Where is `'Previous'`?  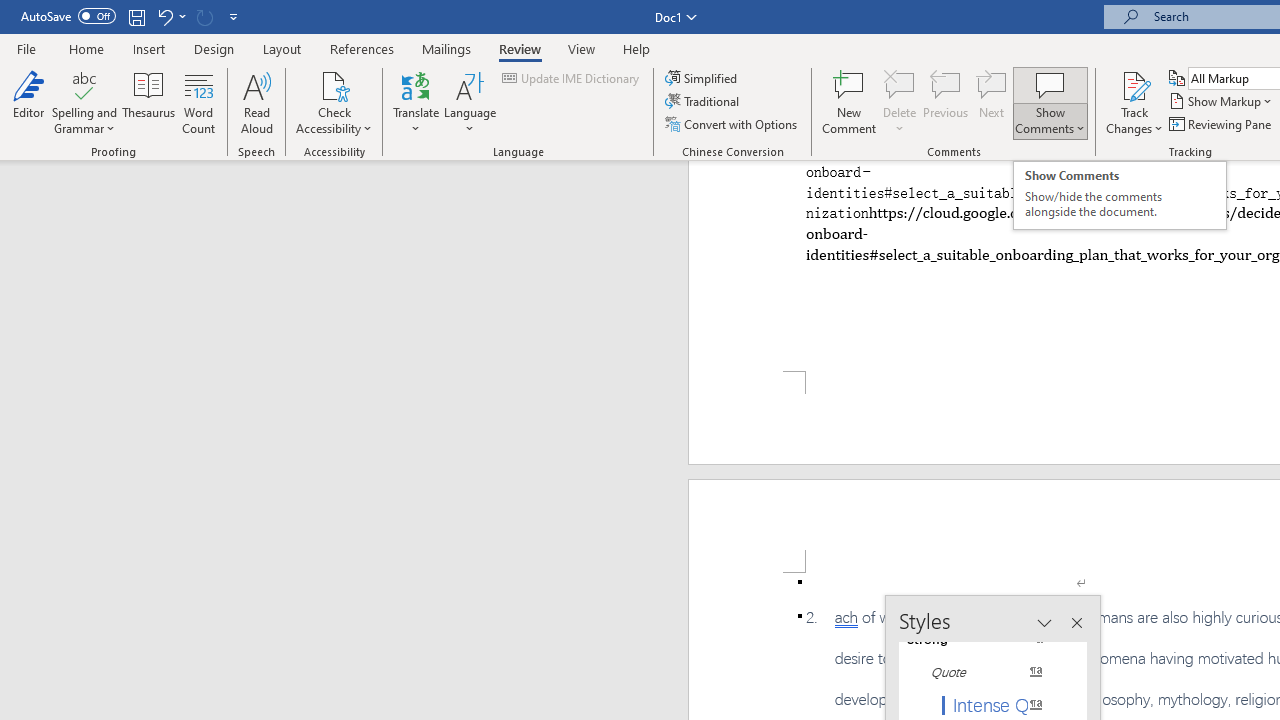 'Previous' is located at coordinates (945, 103).